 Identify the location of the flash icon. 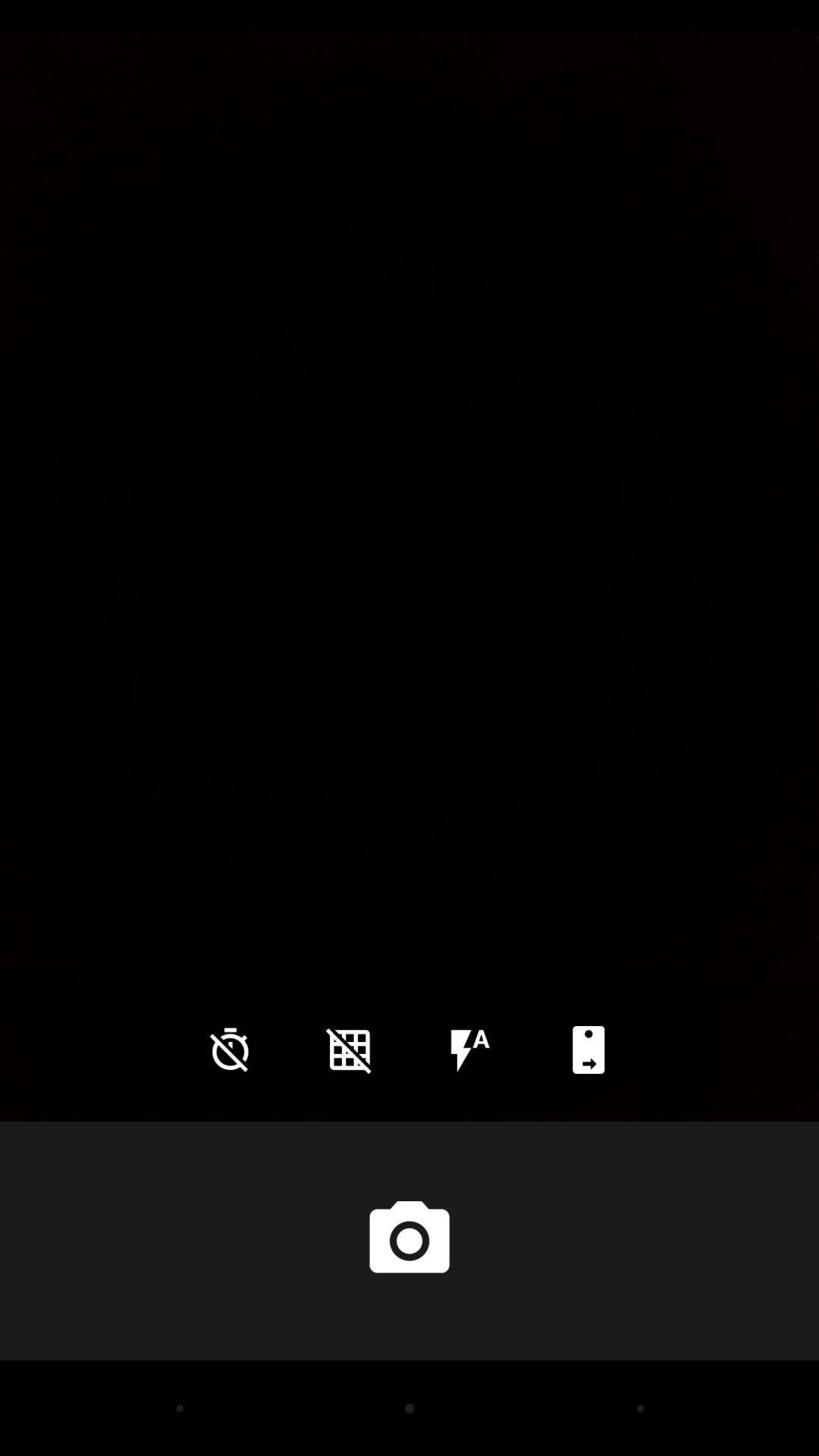
(468, 1049).